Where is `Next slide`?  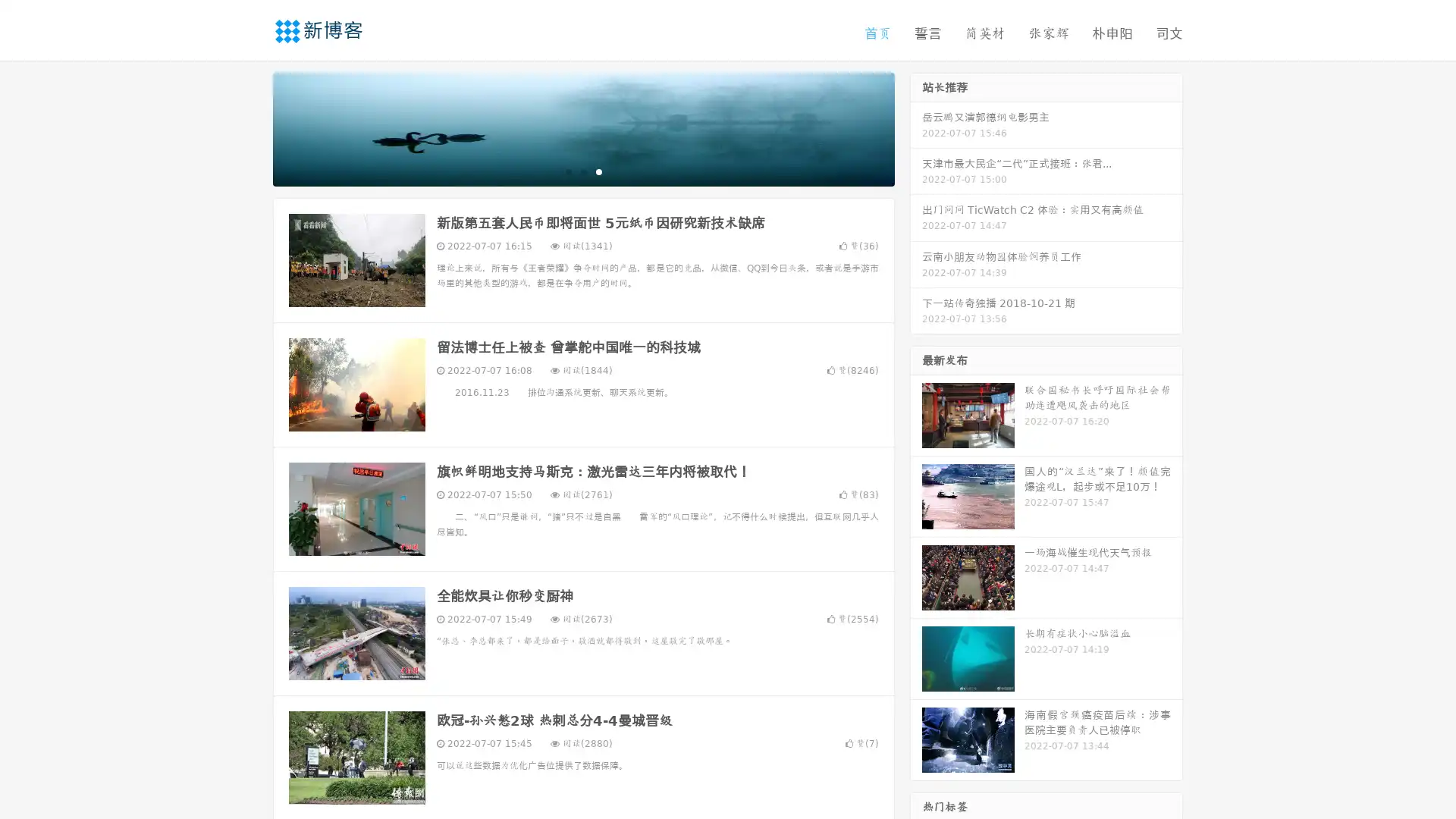
Next slide is located at coordinates (916, 127).